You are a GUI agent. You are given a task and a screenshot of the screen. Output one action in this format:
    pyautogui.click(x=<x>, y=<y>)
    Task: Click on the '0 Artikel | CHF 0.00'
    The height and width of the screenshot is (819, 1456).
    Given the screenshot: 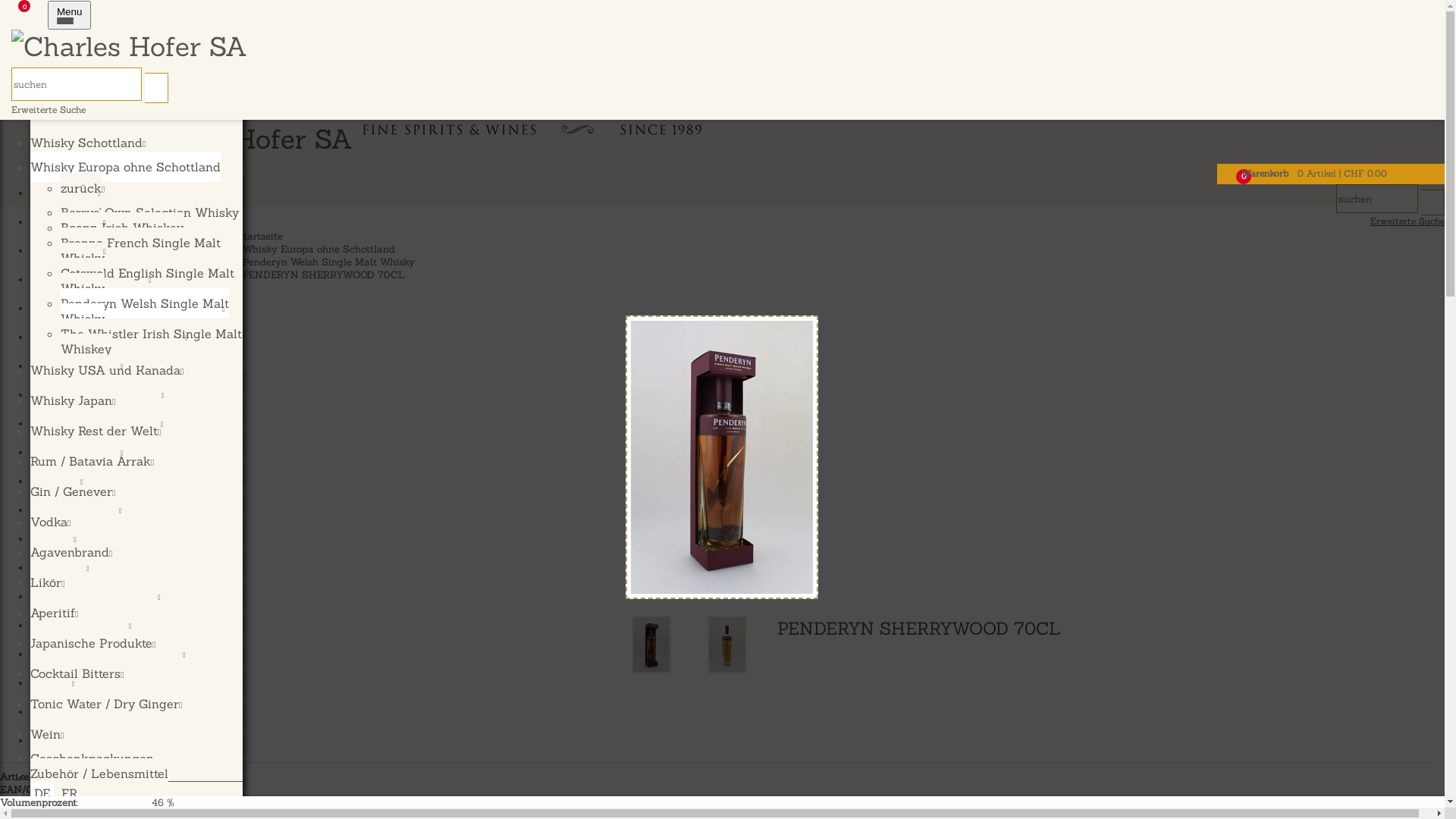 What is the action you would take?
    pyautogui.click(x=1342, y=172)
    